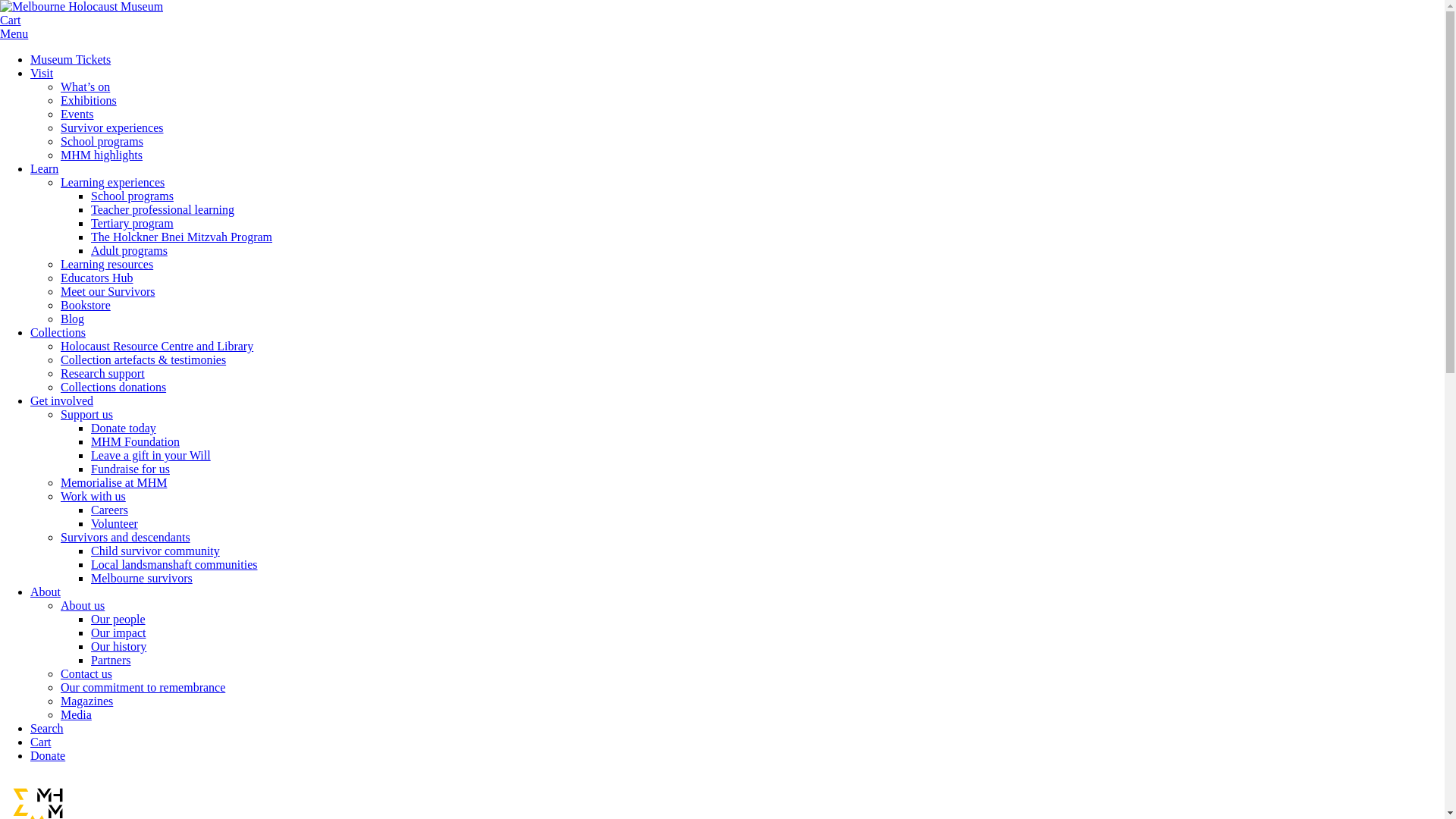  Describe the element at coordinates (76, 113) in the screenshot. I see `'Events'` at that location.